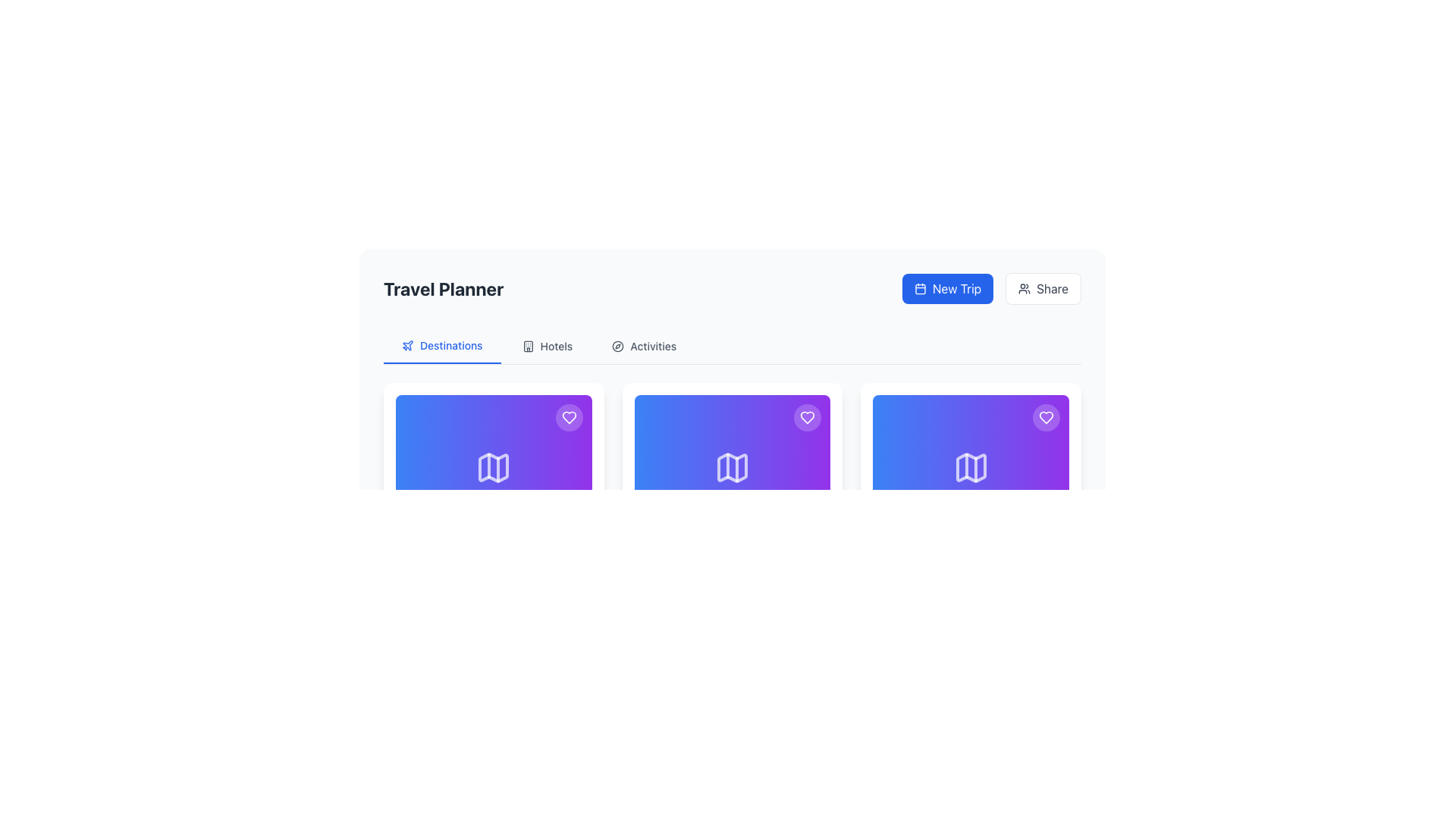 The width and height of the screenshot is (1456, 819). I want to click on the map icon with rounded edges and partial transparency located in the second position of a horizontal arrangement of elements, so click(732, 467).